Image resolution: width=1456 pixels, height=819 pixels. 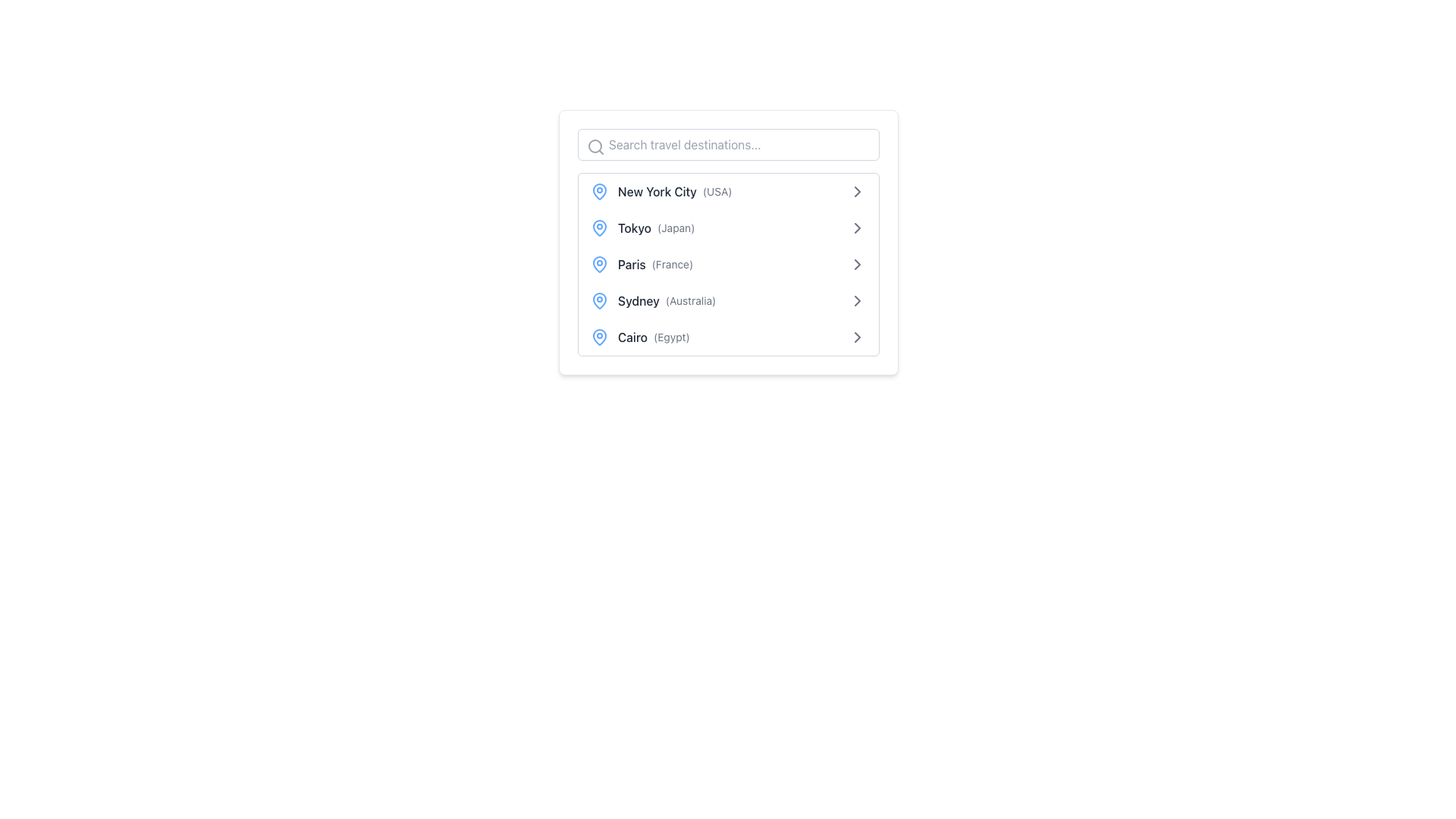 What do you see at coordinates (717, 191) in the screenshot?
I see `the textual content displaying the text '(USA)', which is styled with a smaller grey font and positioned to the immediate right of 'New York City' in the first item of a vertical list of locations` at bounding box center [717, 191].